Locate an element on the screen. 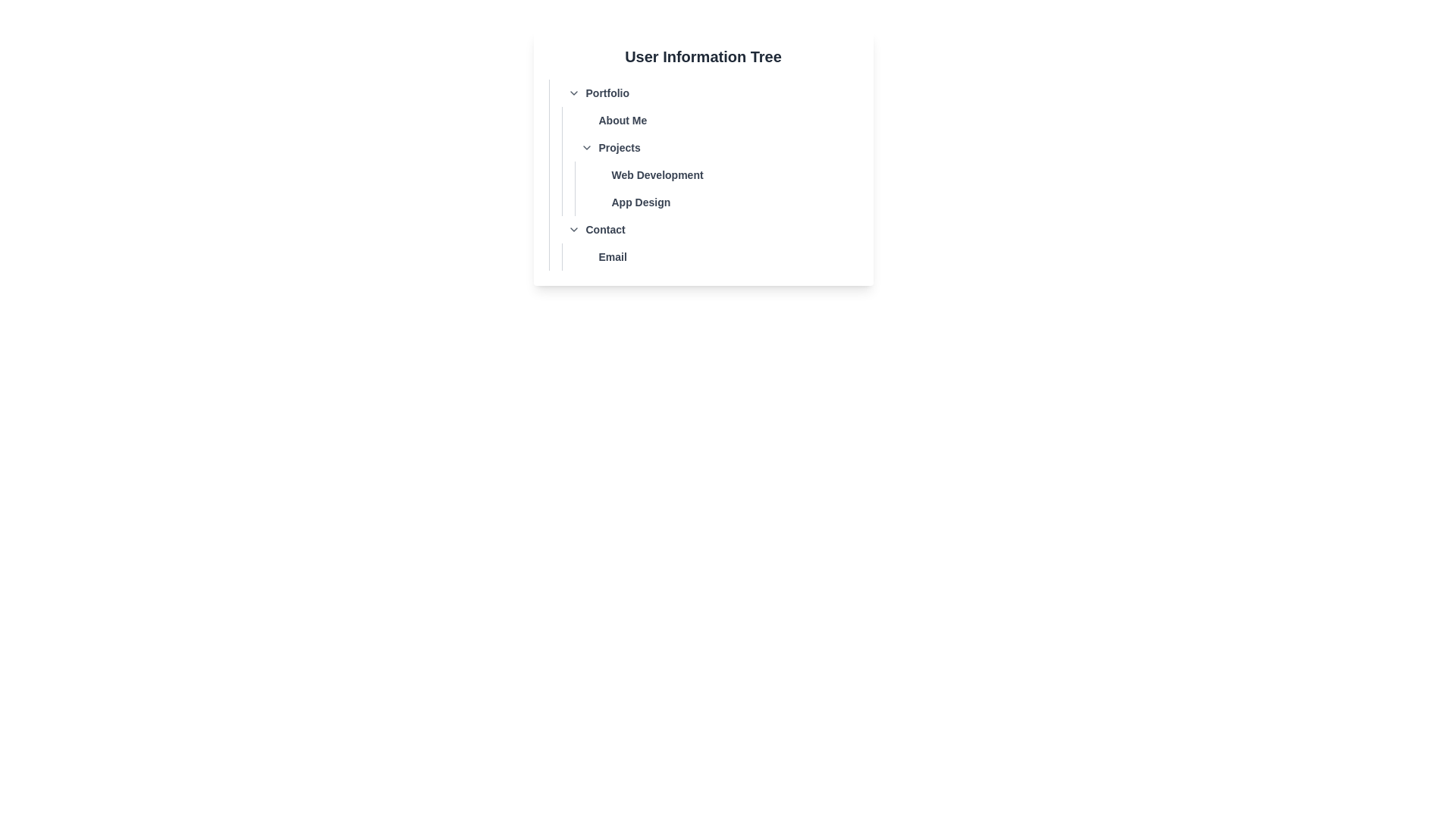 The width and height of the screenshot is (1456, 819). the 'Email' label, which is positioned directly below the 'Contact' section in the user information tree is located at coordinates (709, 256).